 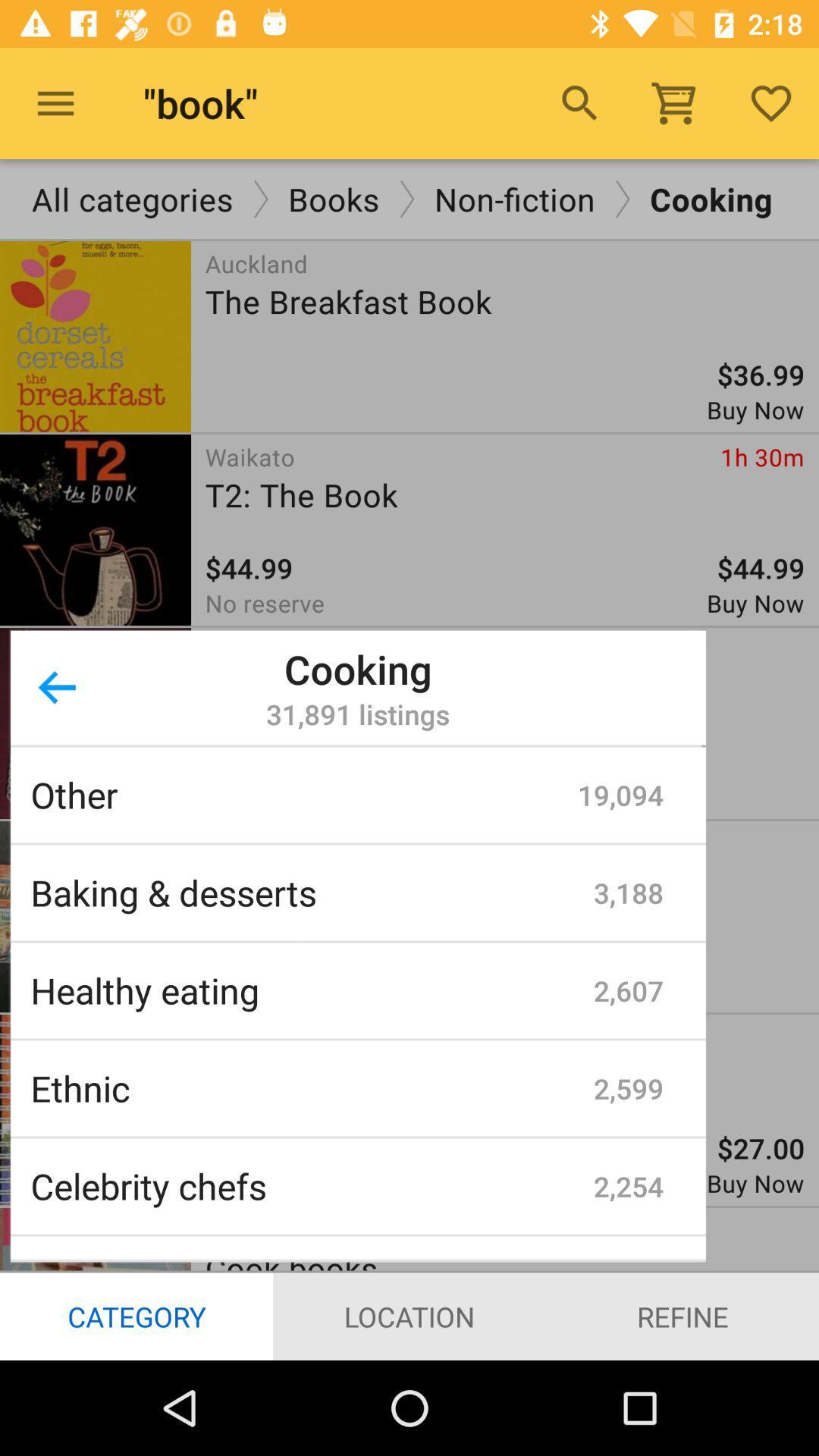 What do you see at coordinates (311, 893) in the screenshot?
I see `the item to the left of 3,188` at bounding box center [311, 893].